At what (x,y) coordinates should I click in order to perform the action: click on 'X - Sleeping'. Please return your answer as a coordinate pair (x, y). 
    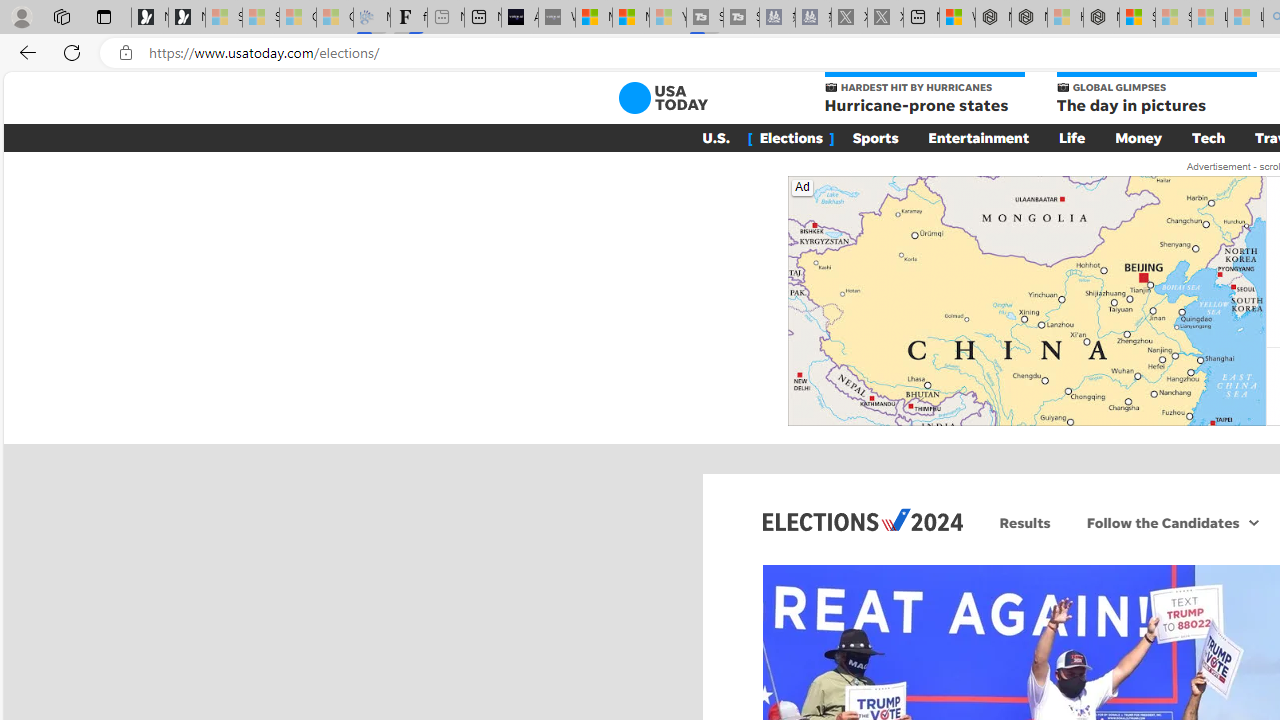
    Looking at the image, I should click on (884, 17).